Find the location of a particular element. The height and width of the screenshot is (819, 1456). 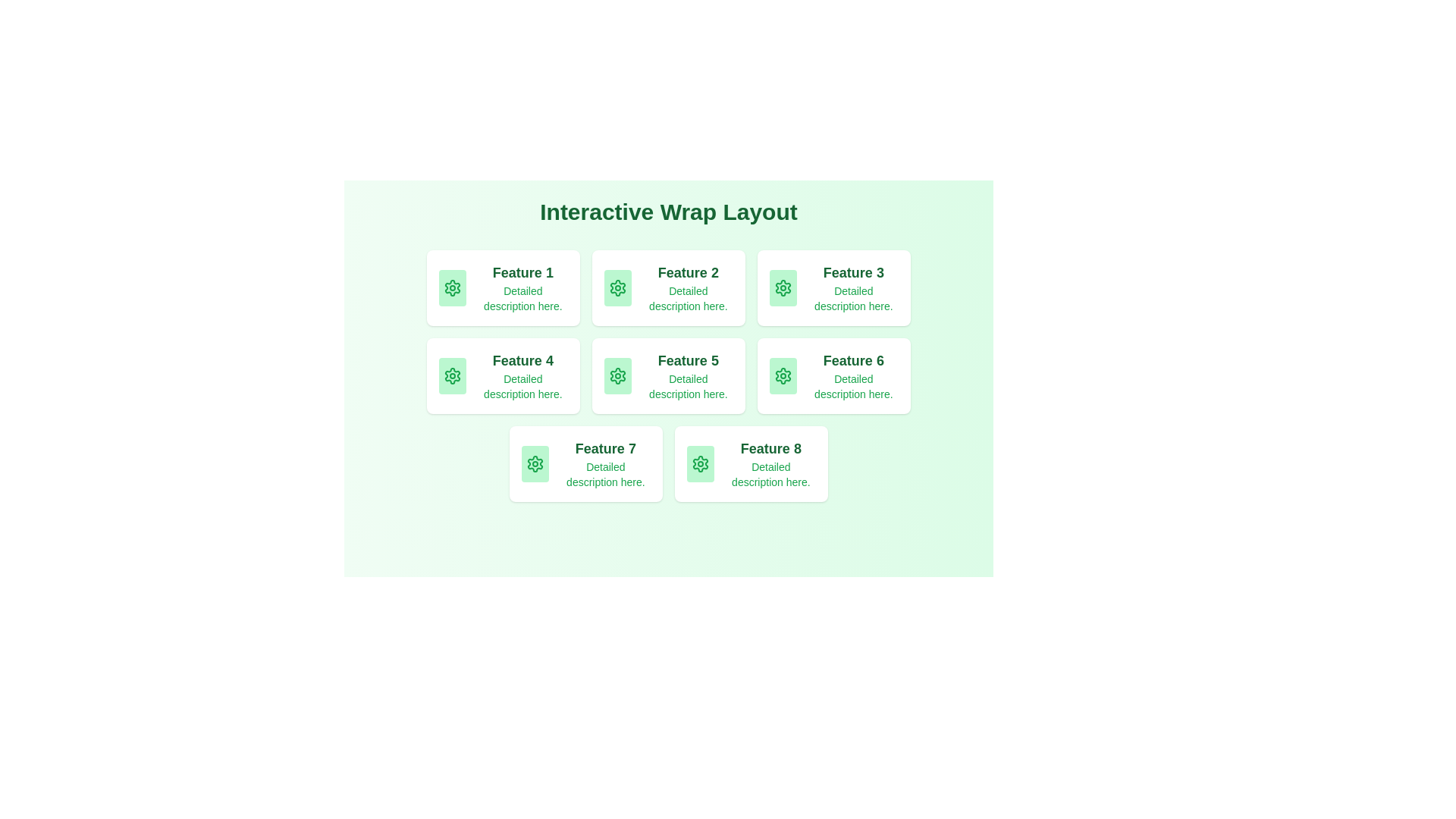

the green gear-shaped settings icon located in the second position of the first row within the grid layout of feature cards to trigger a tooltip or visual feedback is located at coordinates (617, 288).